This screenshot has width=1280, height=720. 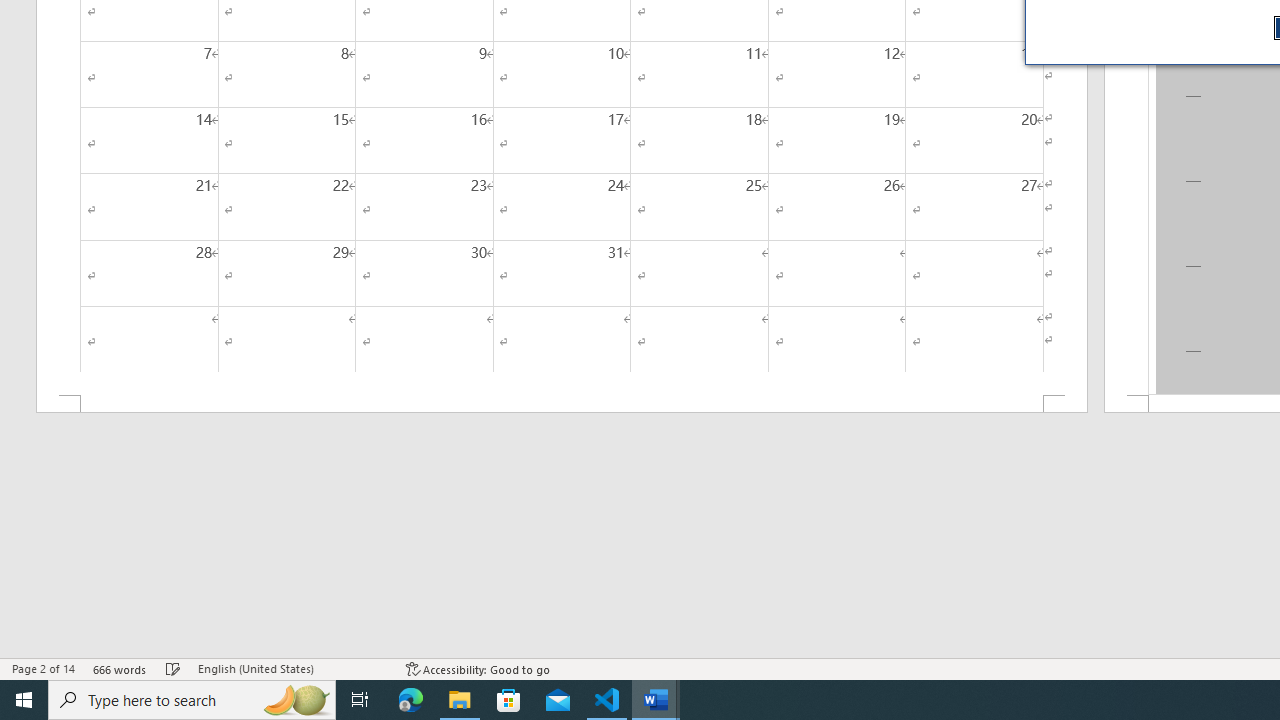 I want to click on 'Word Count 666 words', so click(x=119, y=669).